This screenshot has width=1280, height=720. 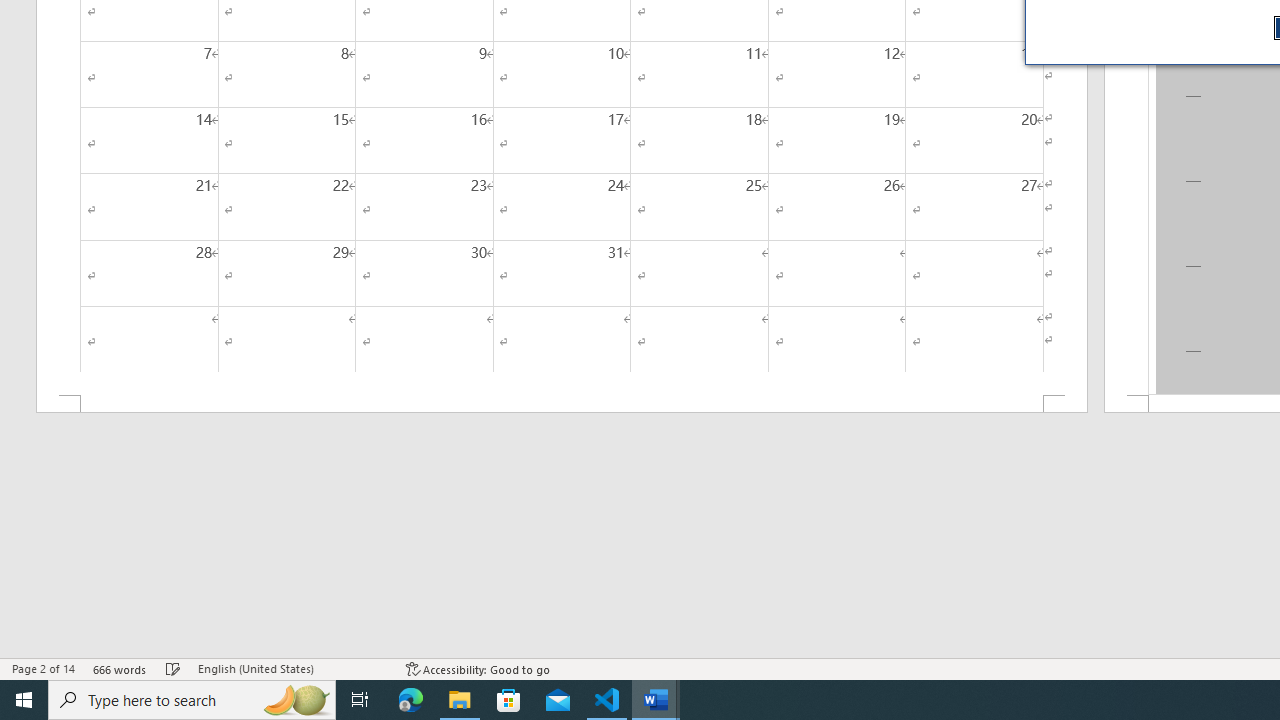 I want to click on 'Word Count 666 words', so click(x=119, y=669).